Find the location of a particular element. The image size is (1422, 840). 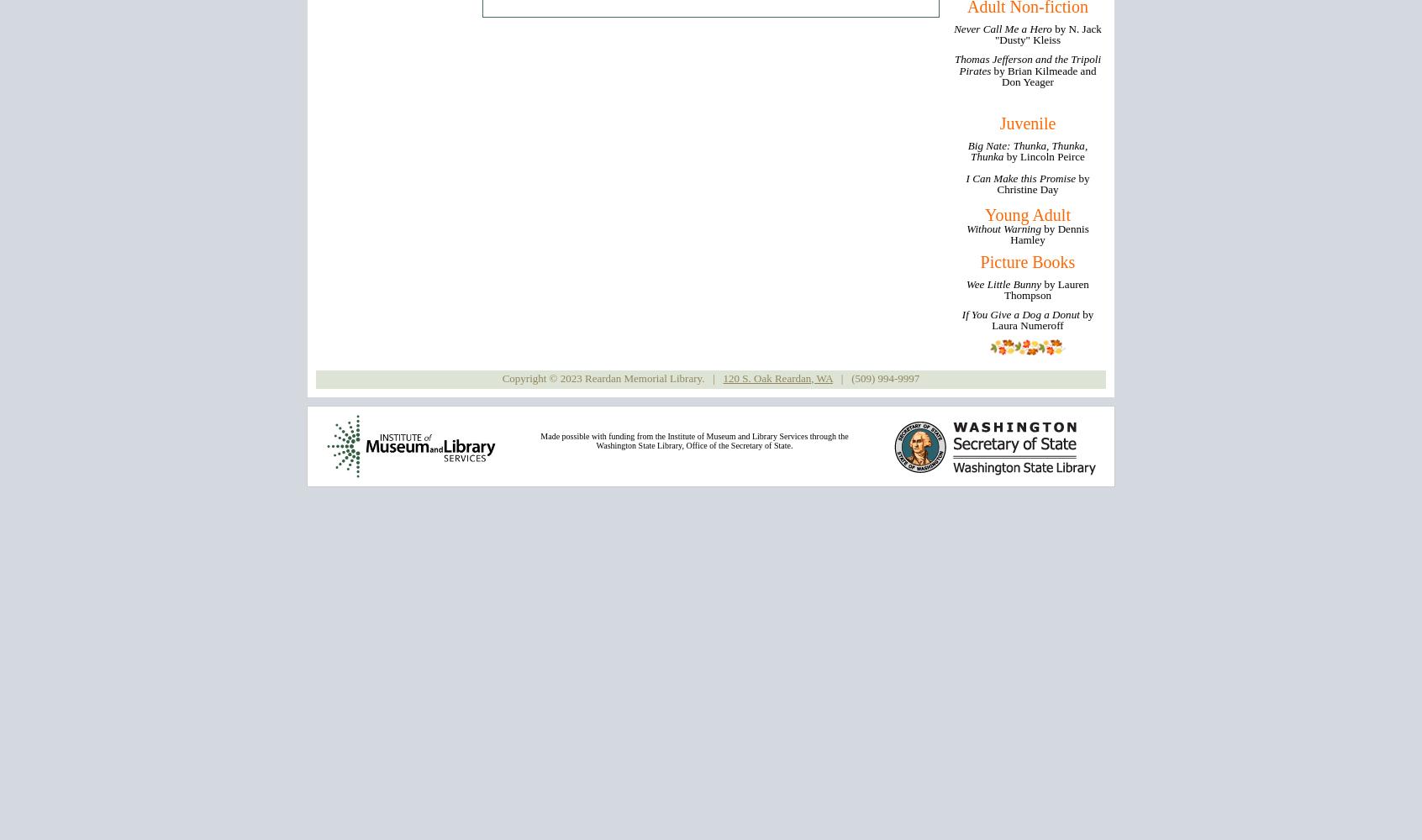

'by N. Jack "Dusty" Kleiss' is located at coordinates (1047, 34).